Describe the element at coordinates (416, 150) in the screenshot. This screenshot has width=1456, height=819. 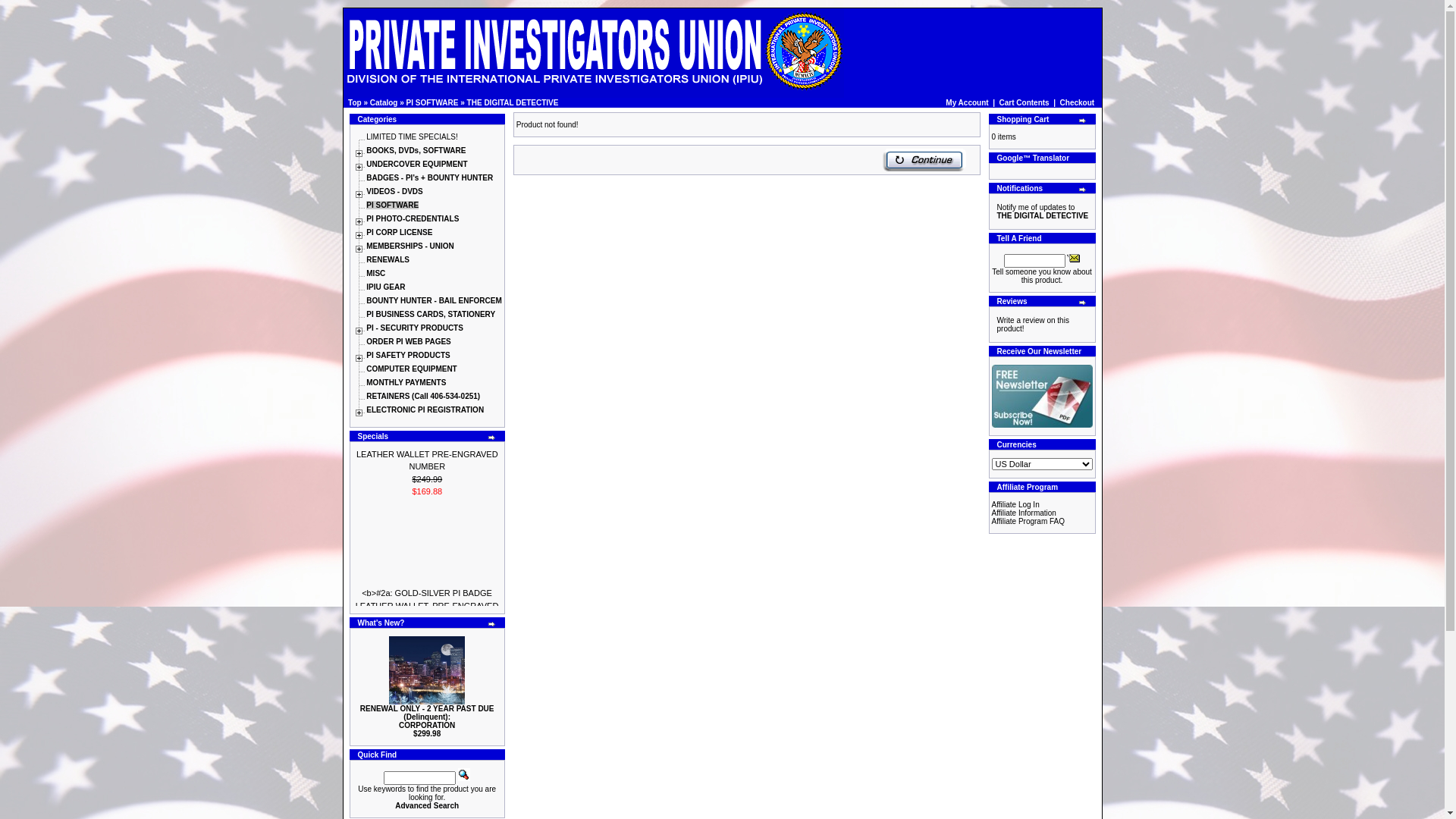
I see `'BOOKS, DVDs, SOFTWARE'` at that location.